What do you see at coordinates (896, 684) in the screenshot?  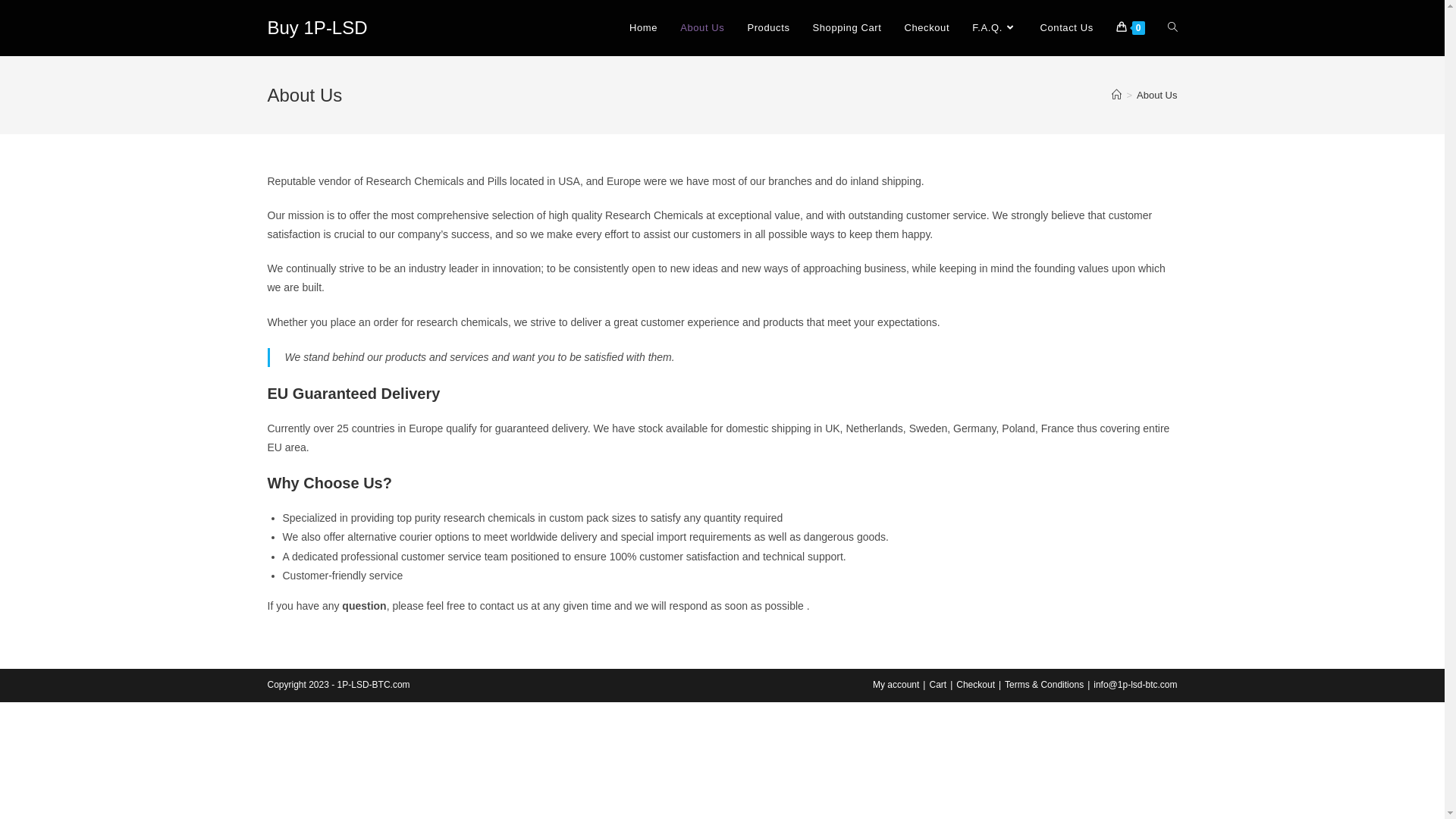 I see `'My account'` at bounding box center [896, 684].